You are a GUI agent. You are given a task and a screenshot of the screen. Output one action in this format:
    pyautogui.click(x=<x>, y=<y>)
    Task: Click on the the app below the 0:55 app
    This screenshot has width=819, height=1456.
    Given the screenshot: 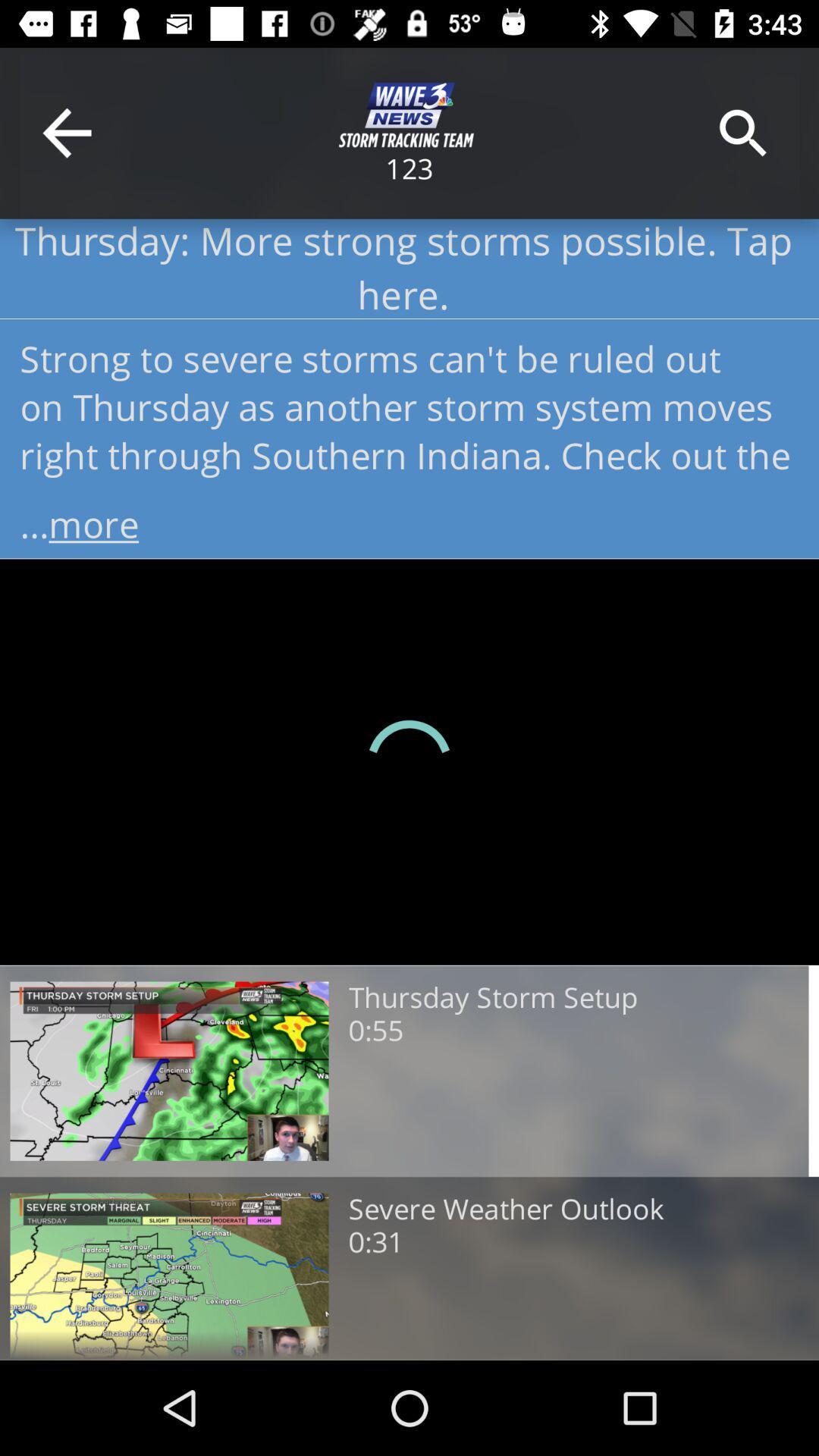 What is the action you would take?
    pyautogui.click(x=506, y=1209)
    